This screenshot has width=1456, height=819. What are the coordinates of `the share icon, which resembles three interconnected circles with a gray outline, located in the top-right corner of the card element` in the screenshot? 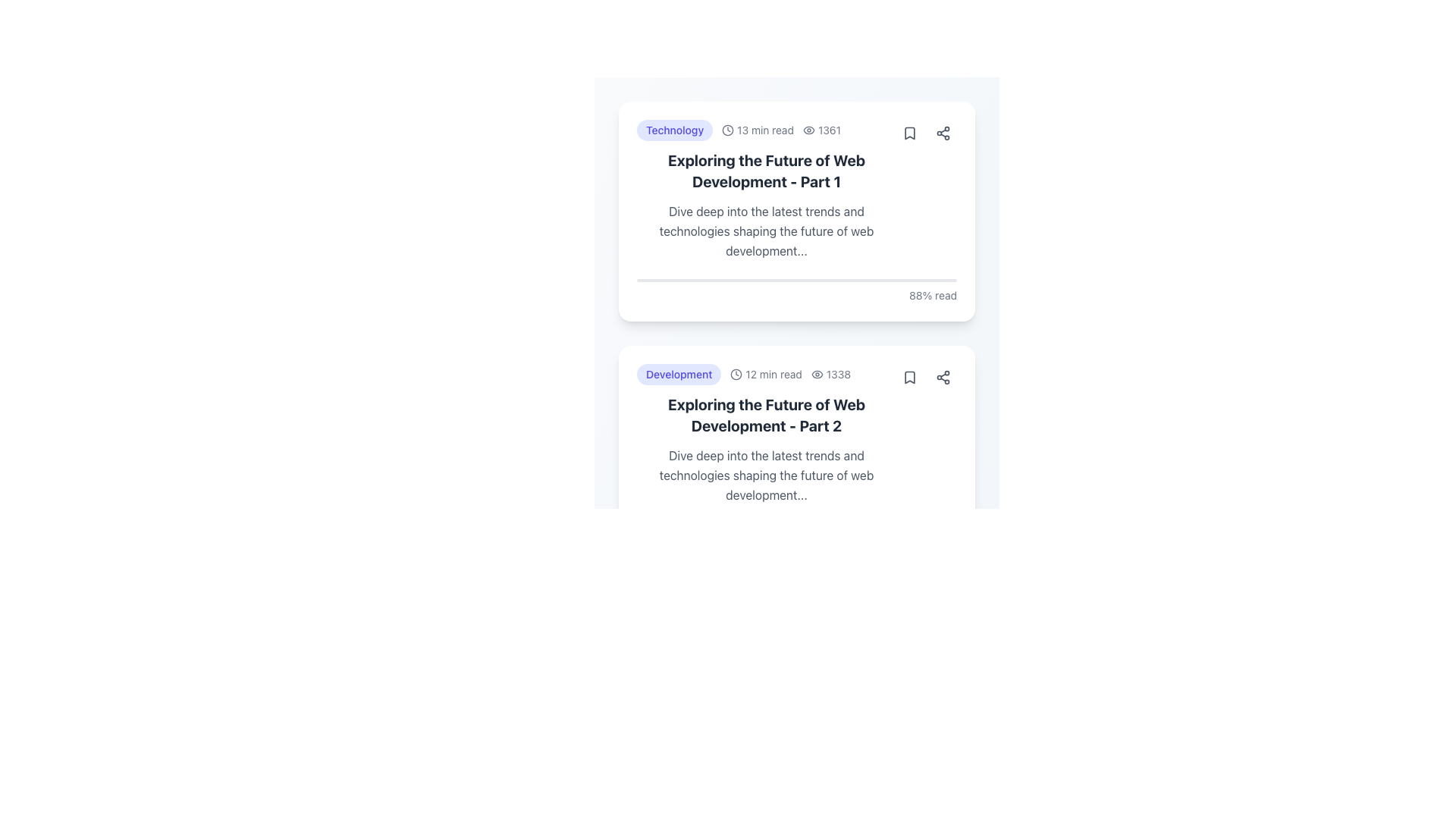 It's located at (942, 376).